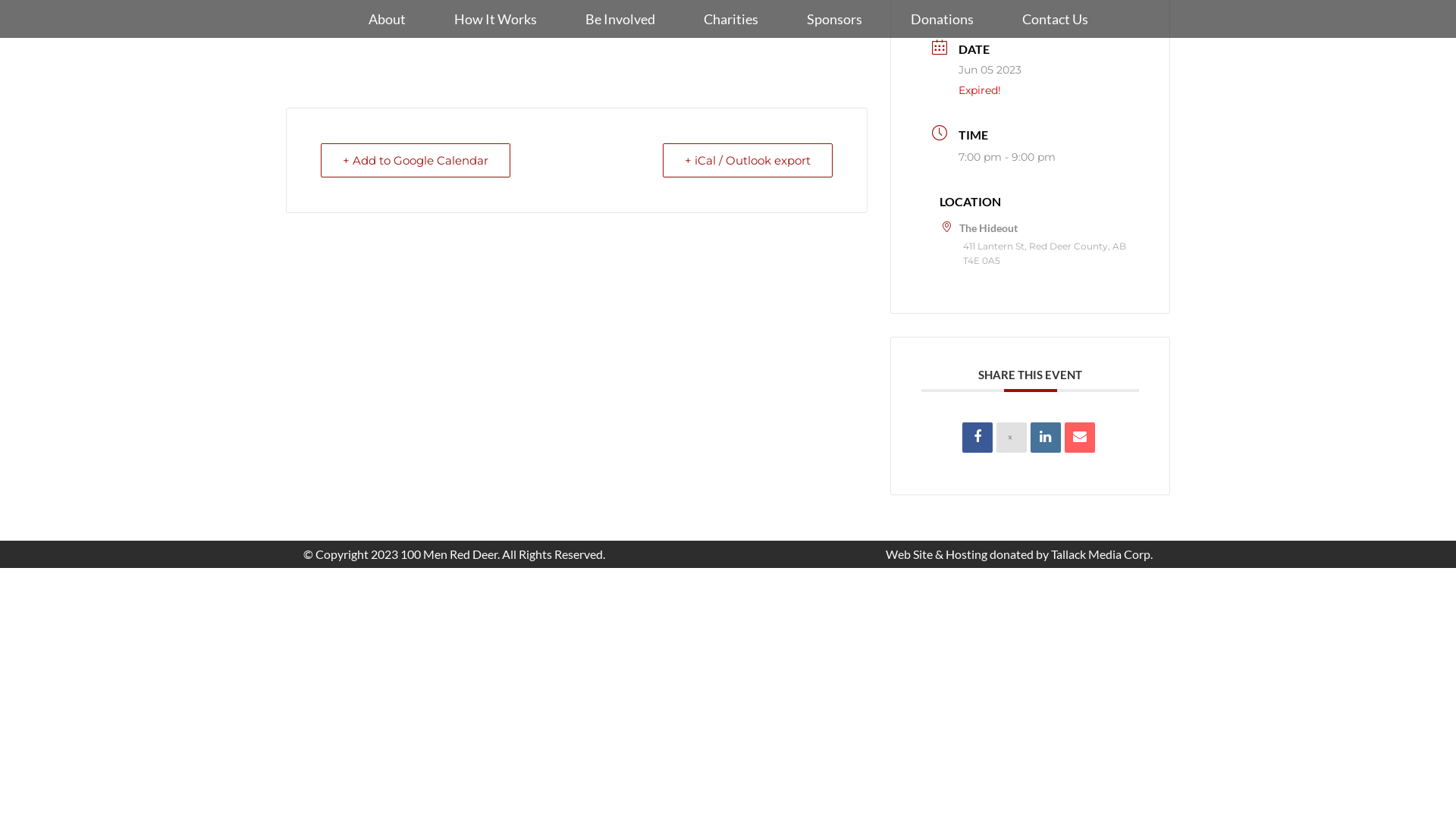 This screenshot has height=819, width=1456. I want to click on 'Be Involved', so click(620, 18).